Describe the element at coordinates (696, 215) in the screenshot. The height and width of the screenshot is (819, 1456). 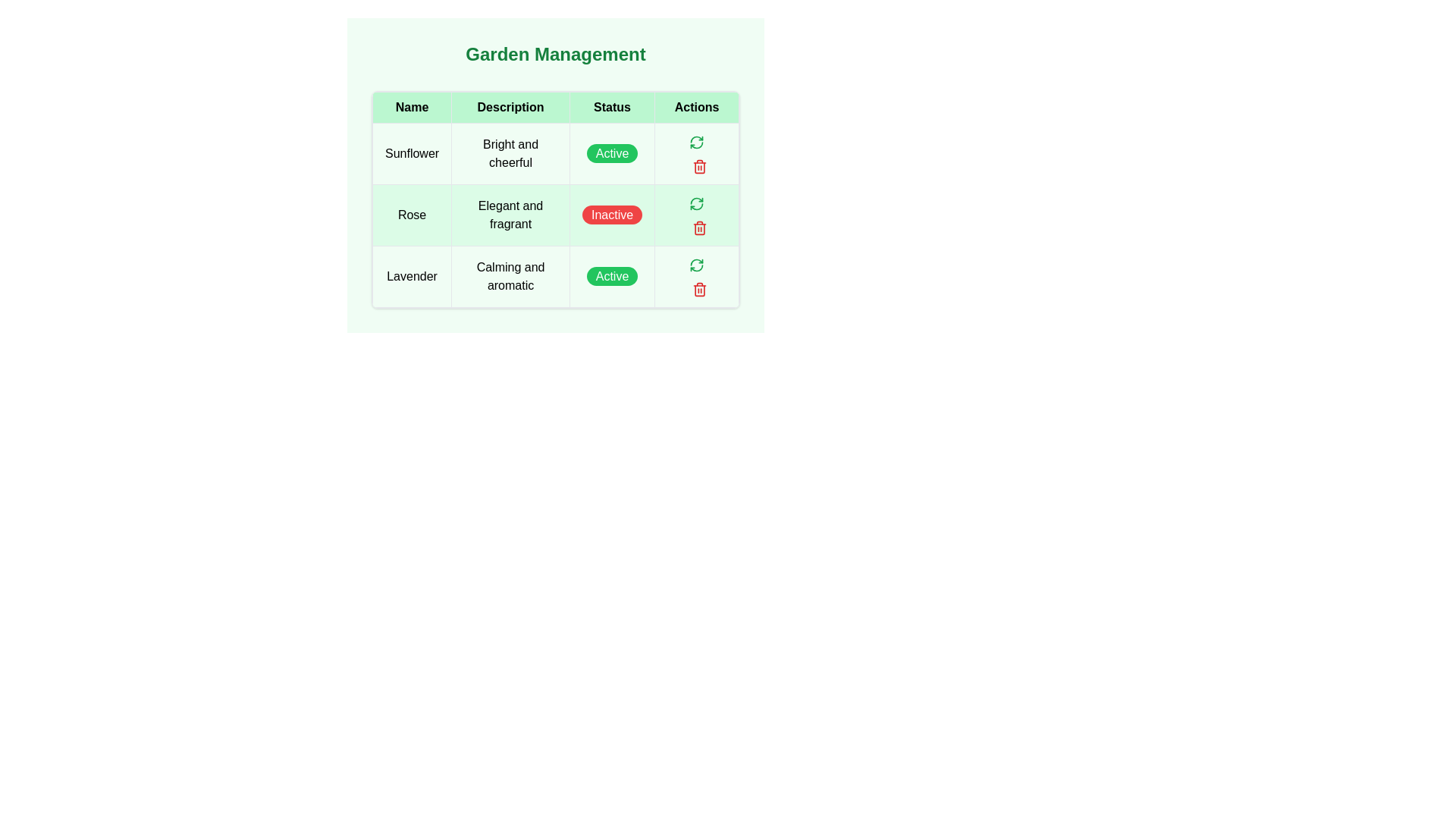
I see `the interactive icon group located in the last column of the second row of the table, which contains a green refresh icon and a red trash icon` at that location.